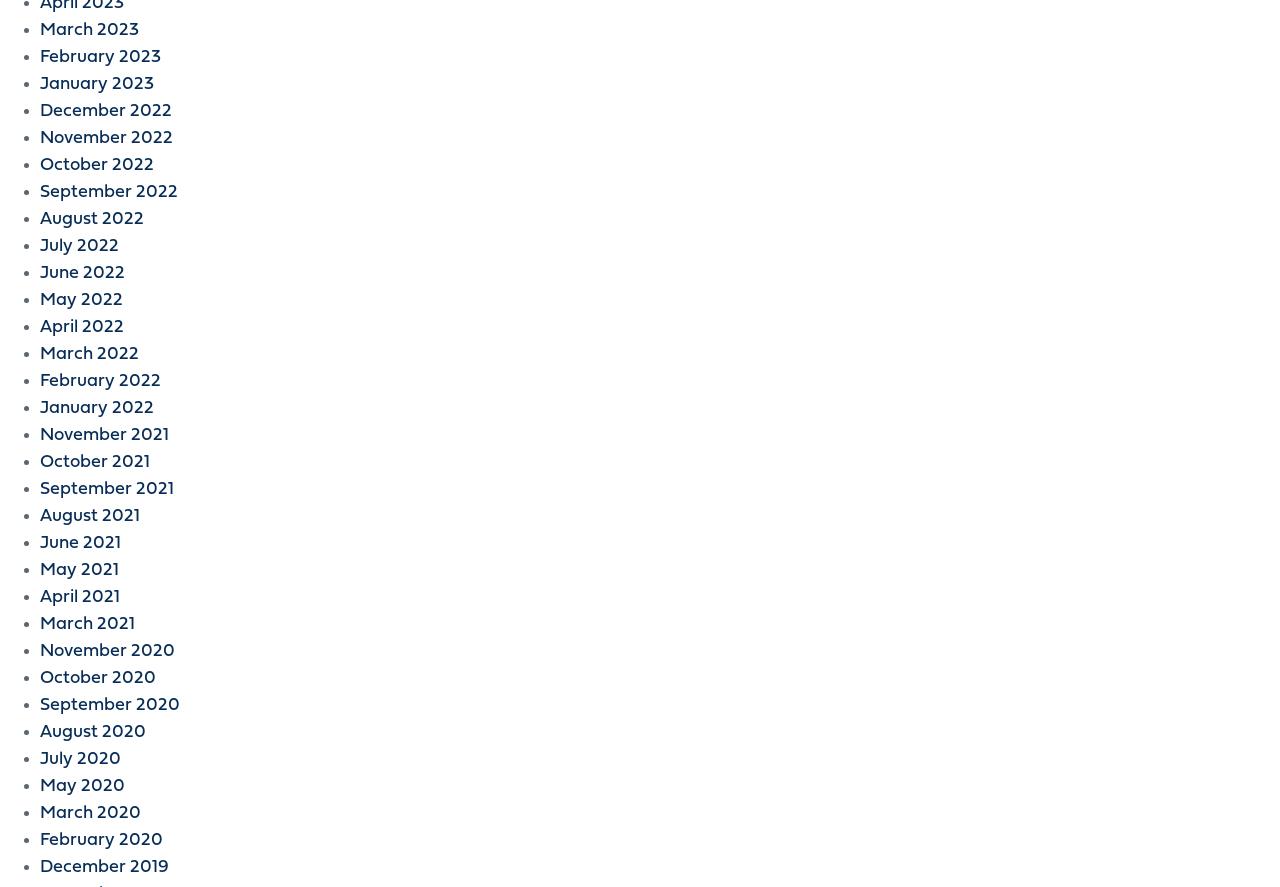  I want to click on 'April 2021', so click(39, 597).